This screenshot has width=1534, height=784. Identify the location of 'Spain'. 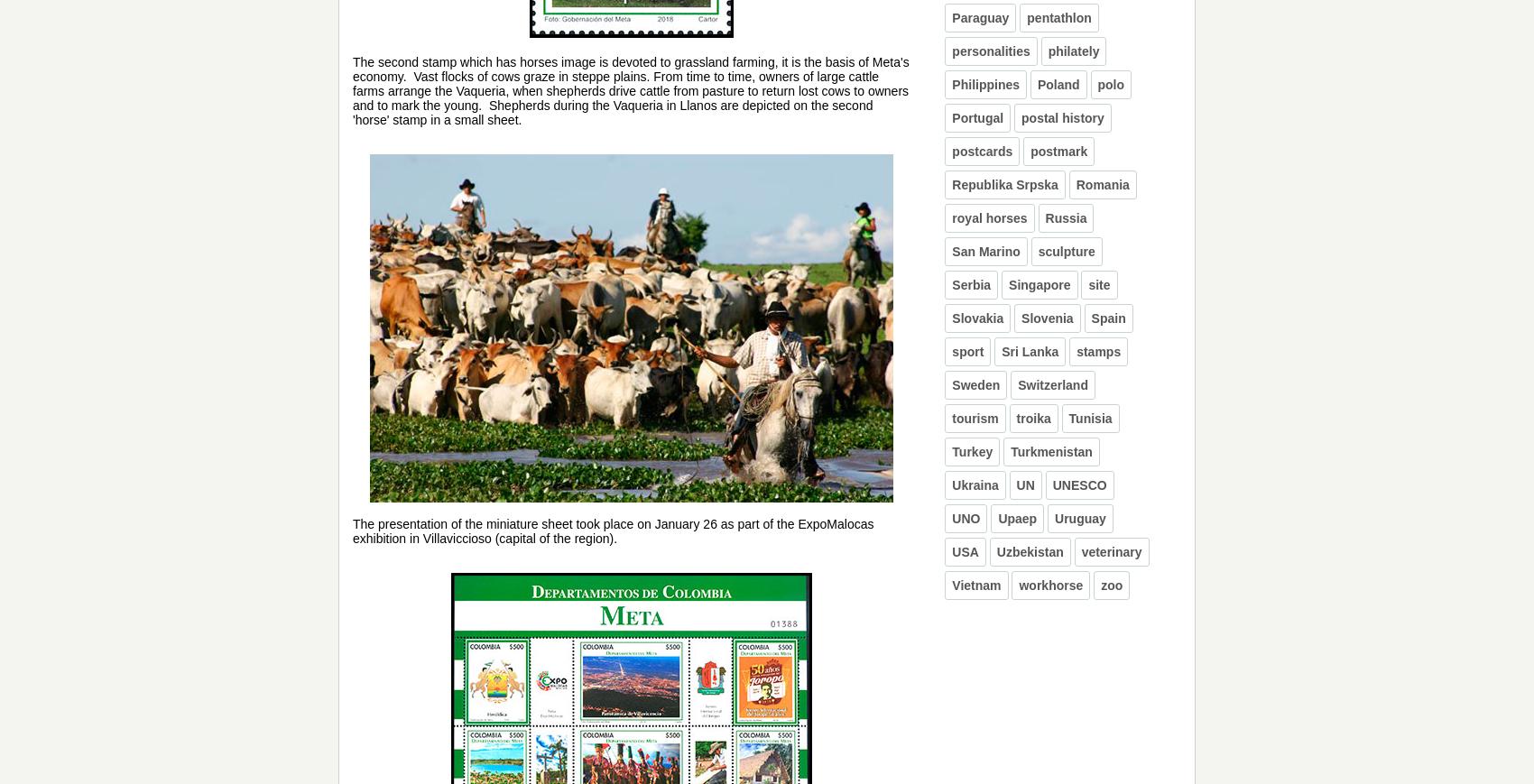
(1107, 317).